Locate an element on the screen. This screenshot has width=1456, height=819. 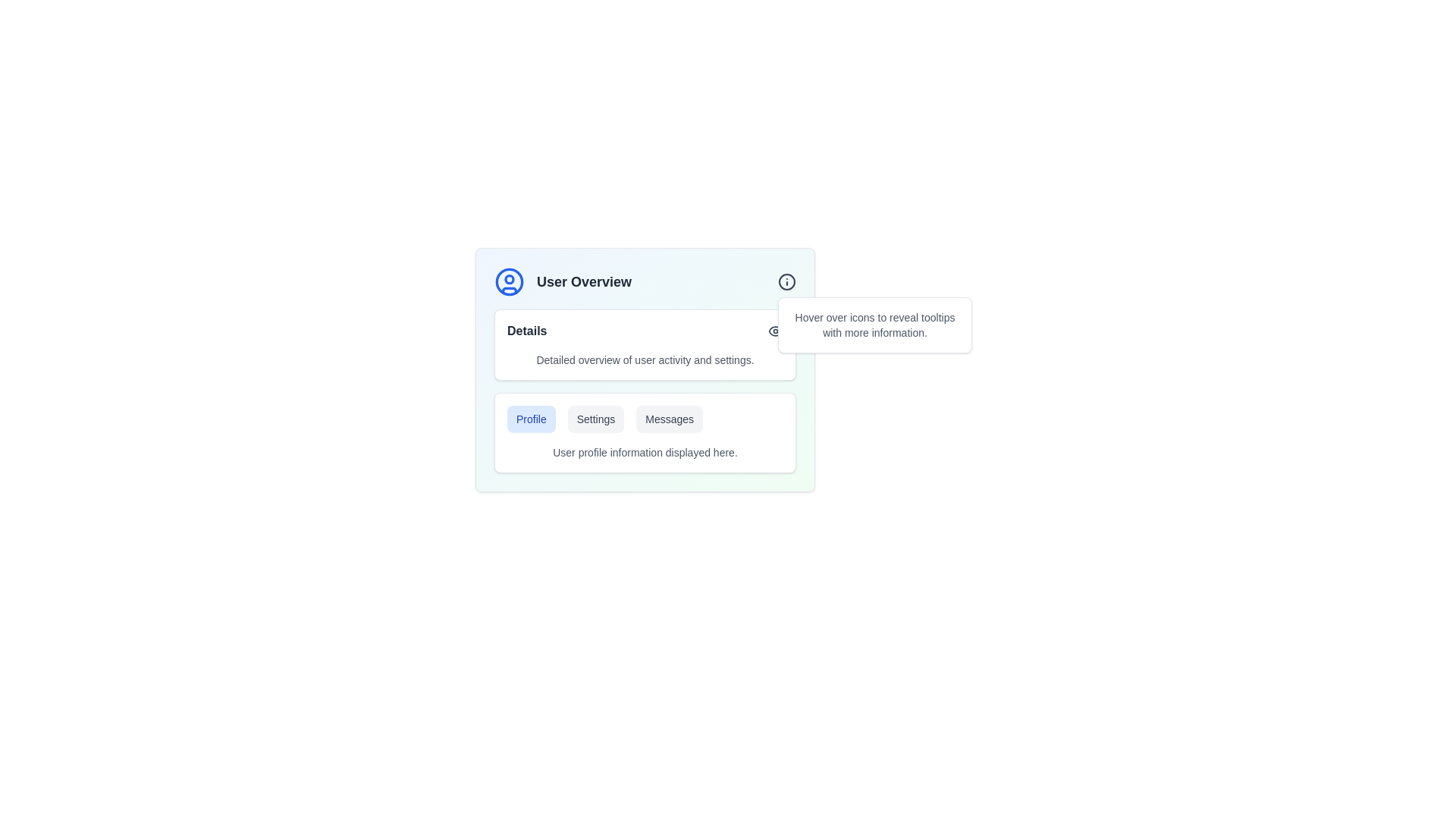
the circular information icon with an 'i' symbol in the top-right corner of the User Overview section header is located at coordinates (786, 281).